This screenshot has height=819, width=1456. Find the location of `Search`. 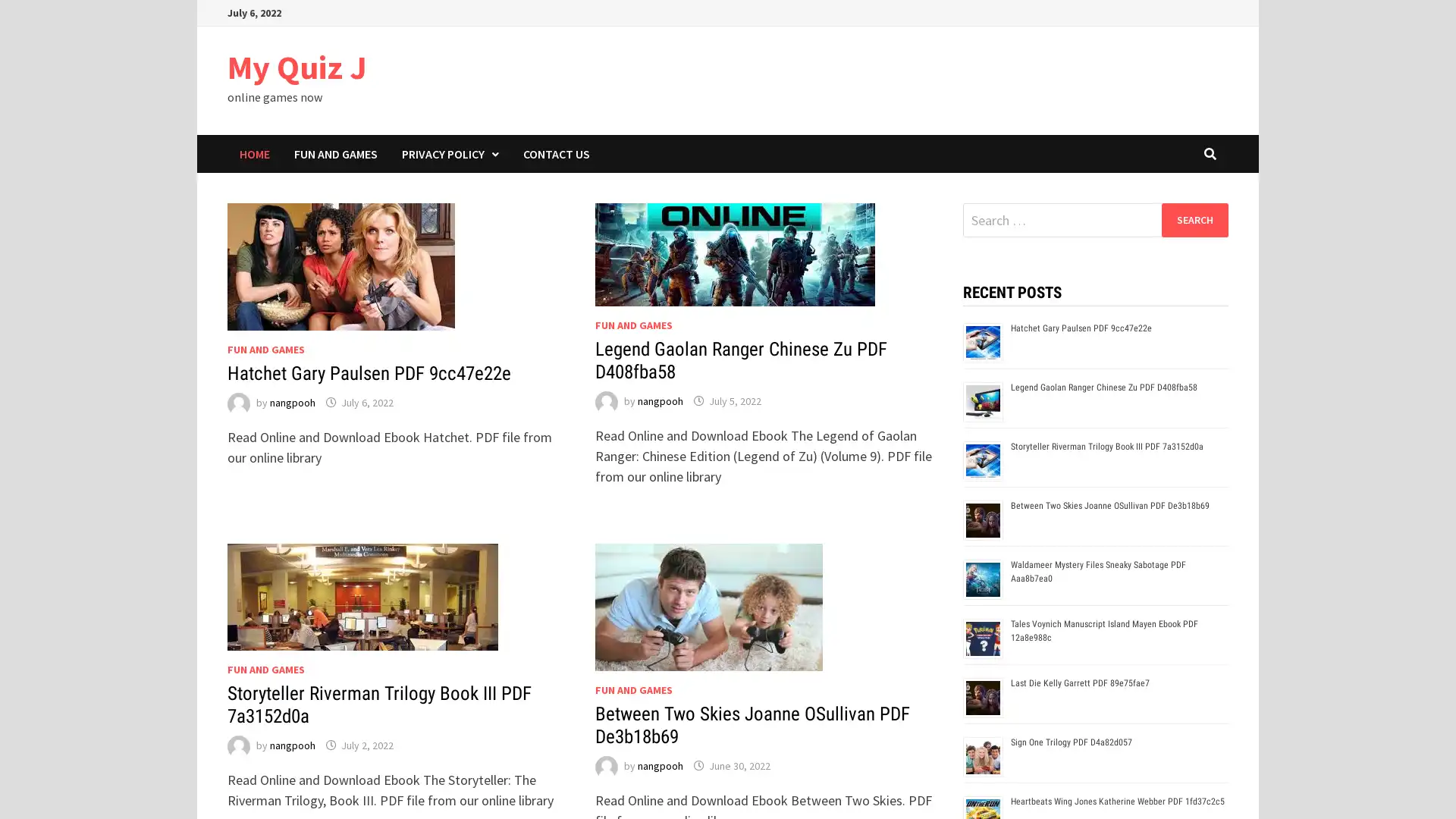

Search is located at coordinates (1194, 219).